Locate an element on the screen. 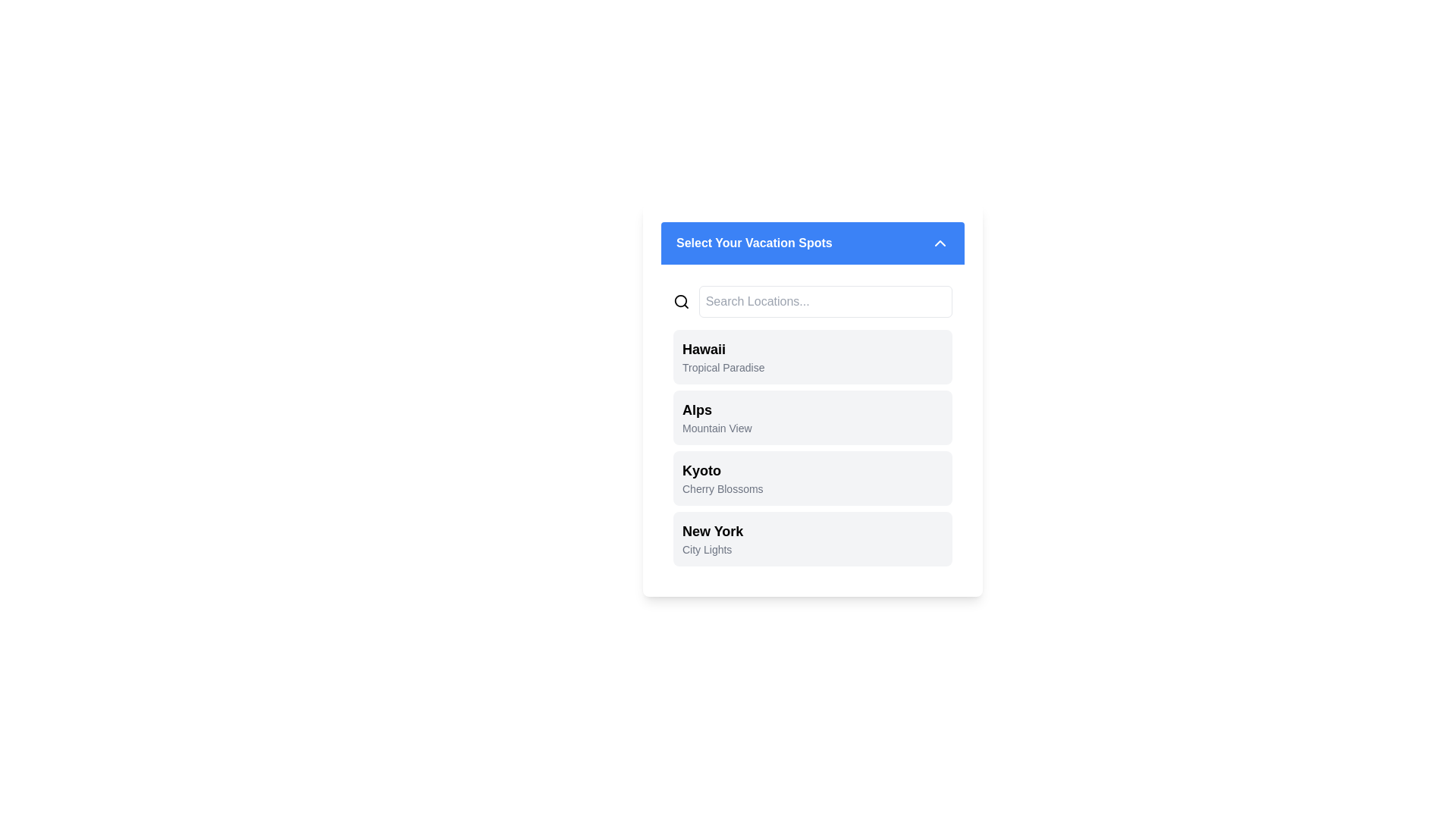  the Static Text element displaying 'Mountain View', which is located beneath the title 'Alps' in a gray font is located at coordinates (716, 428).